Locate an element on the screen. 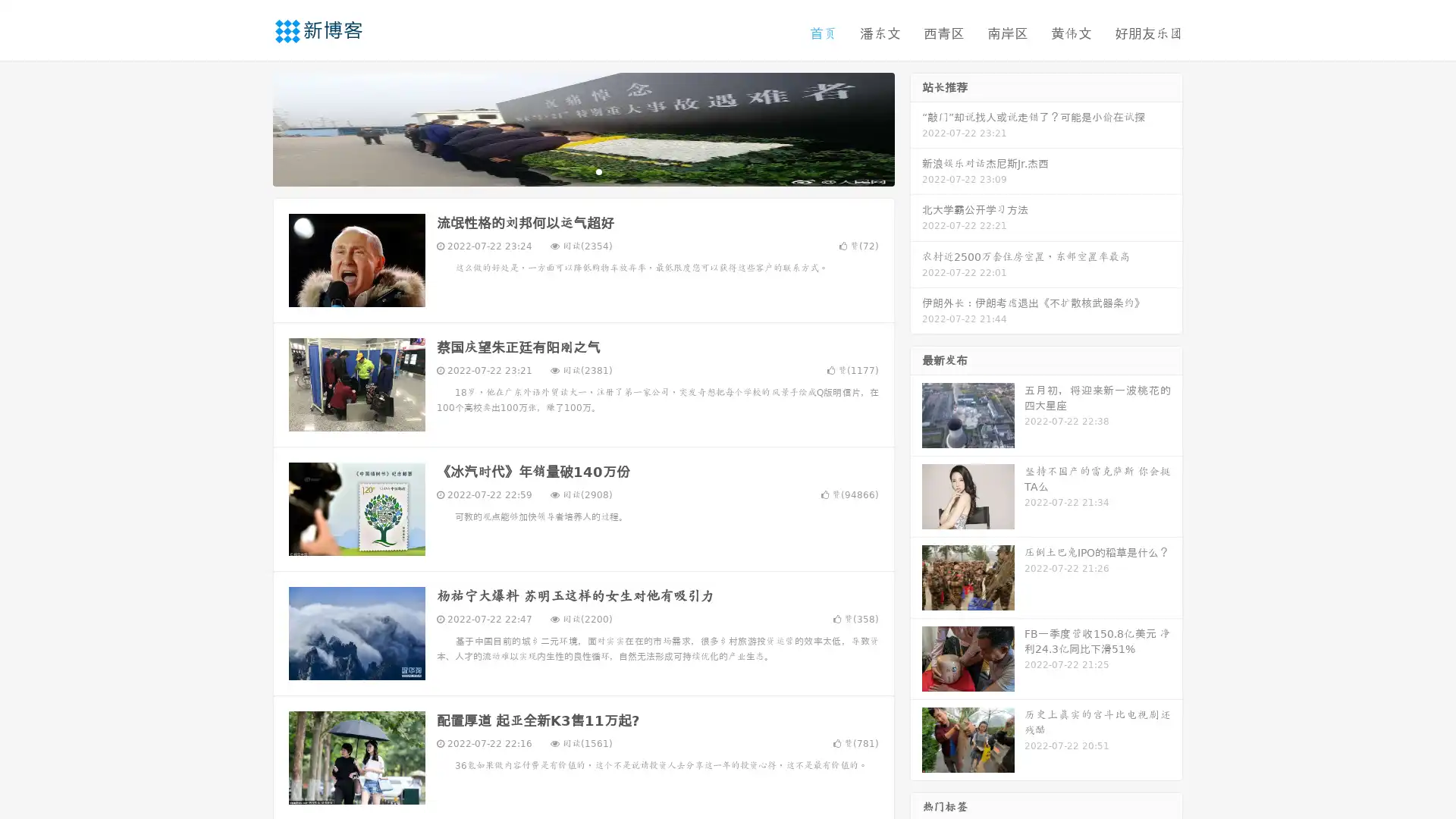 This screenshot has width=1456, height=819. Previous slide is located at coordinates (250, 127).